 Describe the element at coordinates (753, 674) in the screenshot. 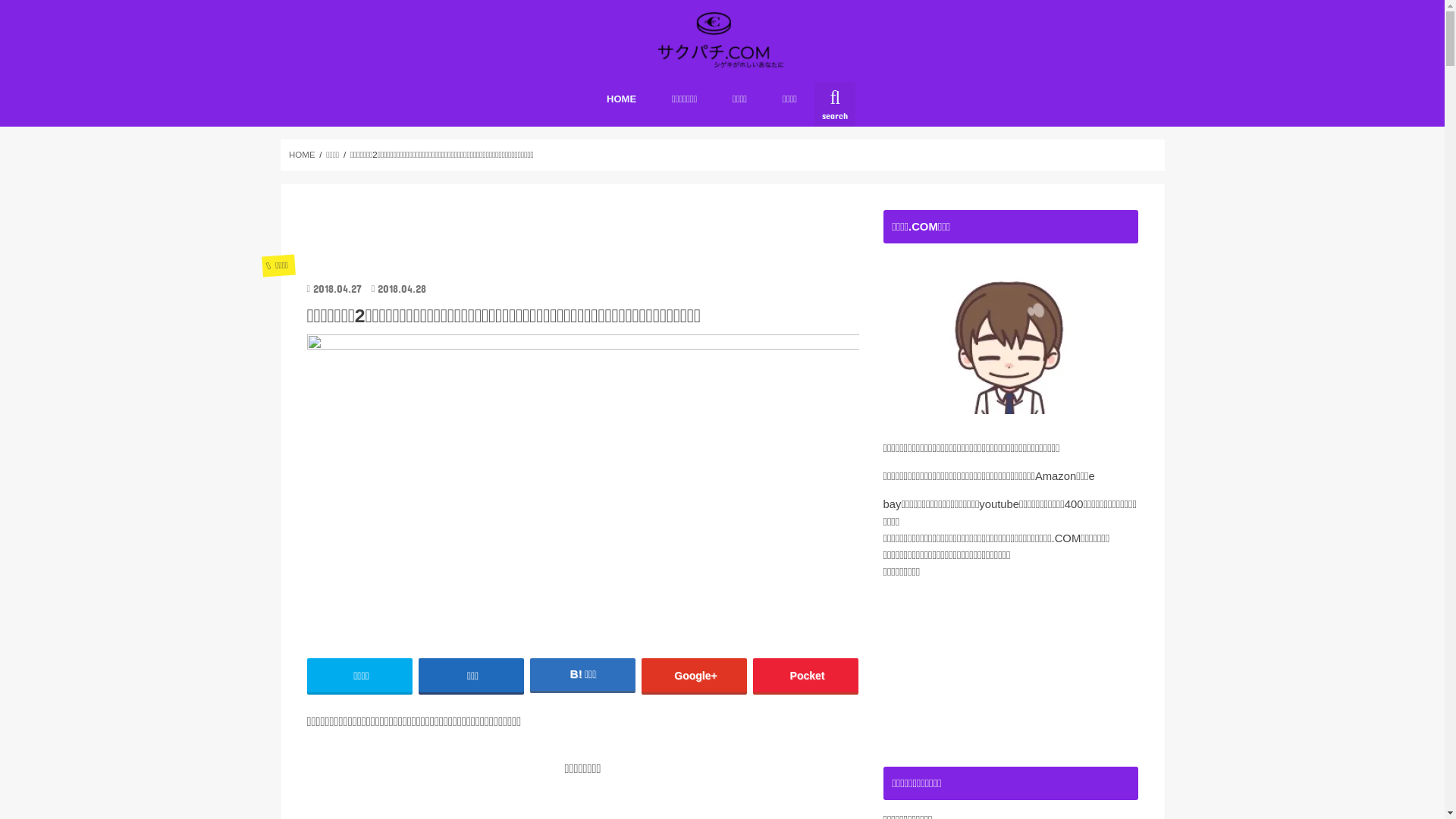

I see `'Pocket'` at that location.